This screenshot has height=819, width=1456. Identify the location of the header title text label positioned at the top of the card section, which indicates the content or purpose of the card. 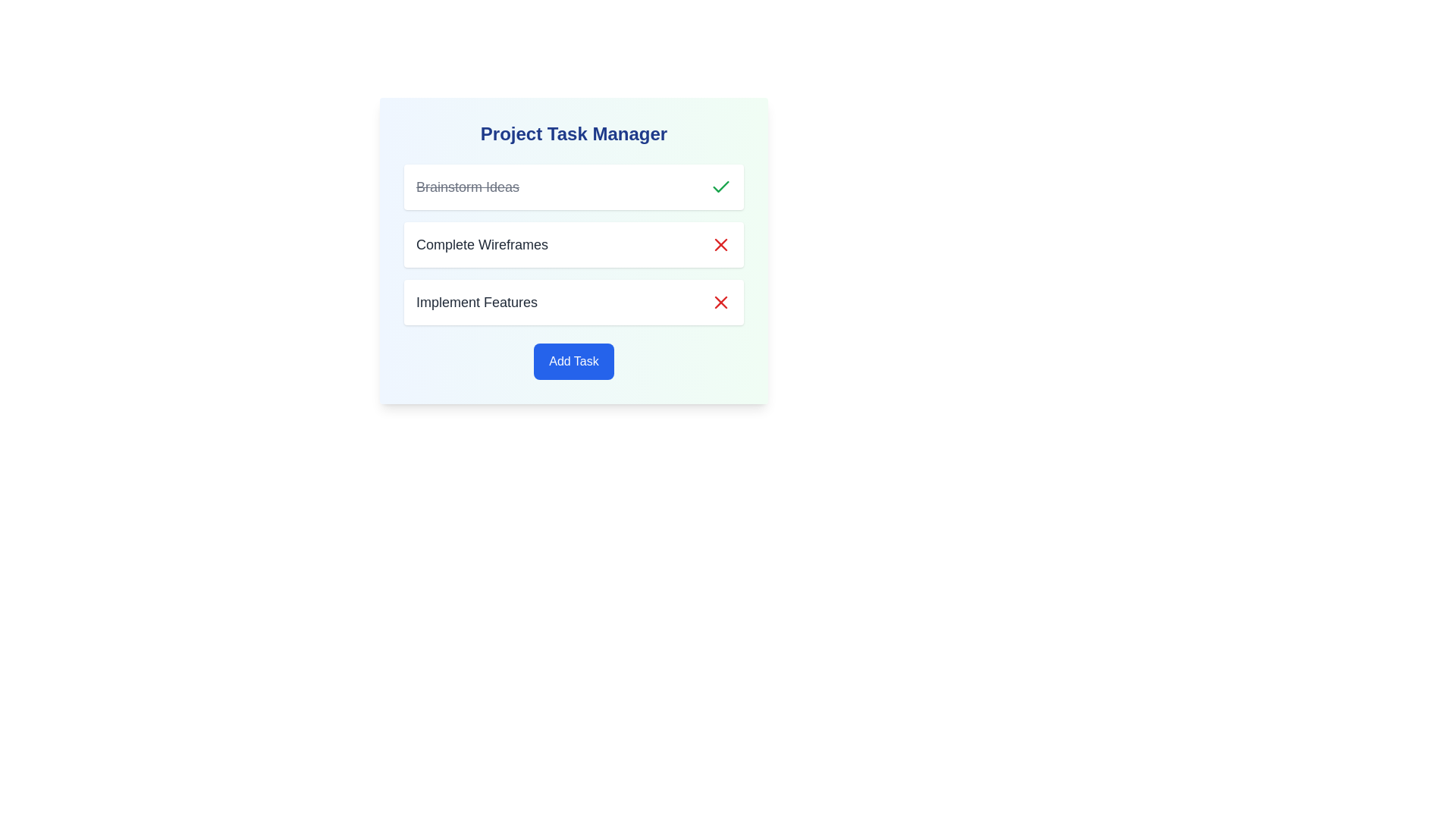
(573, 133).